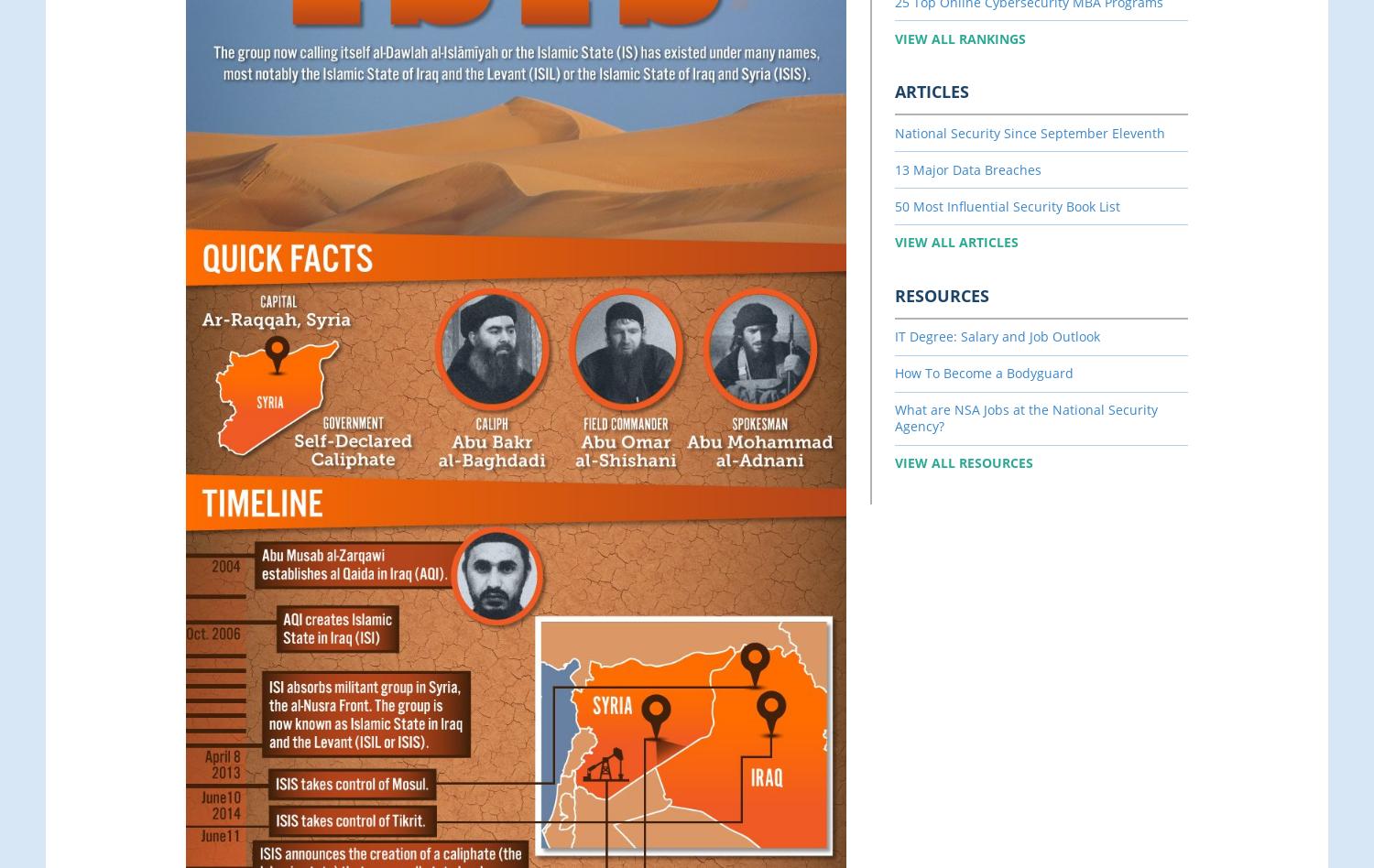 The width and height of the screenshot is (1374, 868). What do you see at coordinates (893, 462) in the screenshot?
I see `'View All Resources'` at bounding box center [893, 462].